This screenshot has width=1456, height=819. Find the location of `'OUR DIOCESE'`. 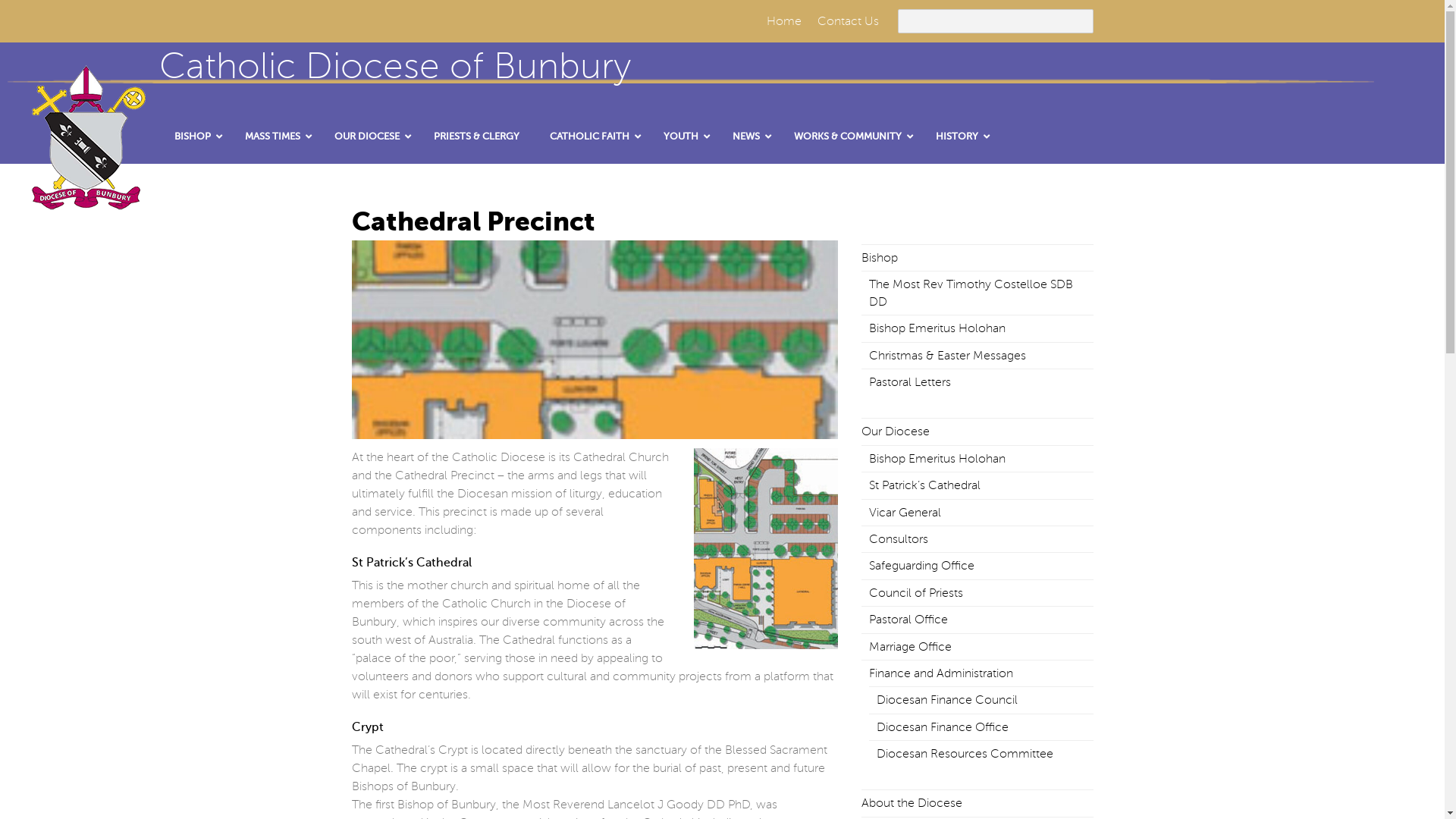

'OUR DIOCESE' is located at coordinates (369, 135).